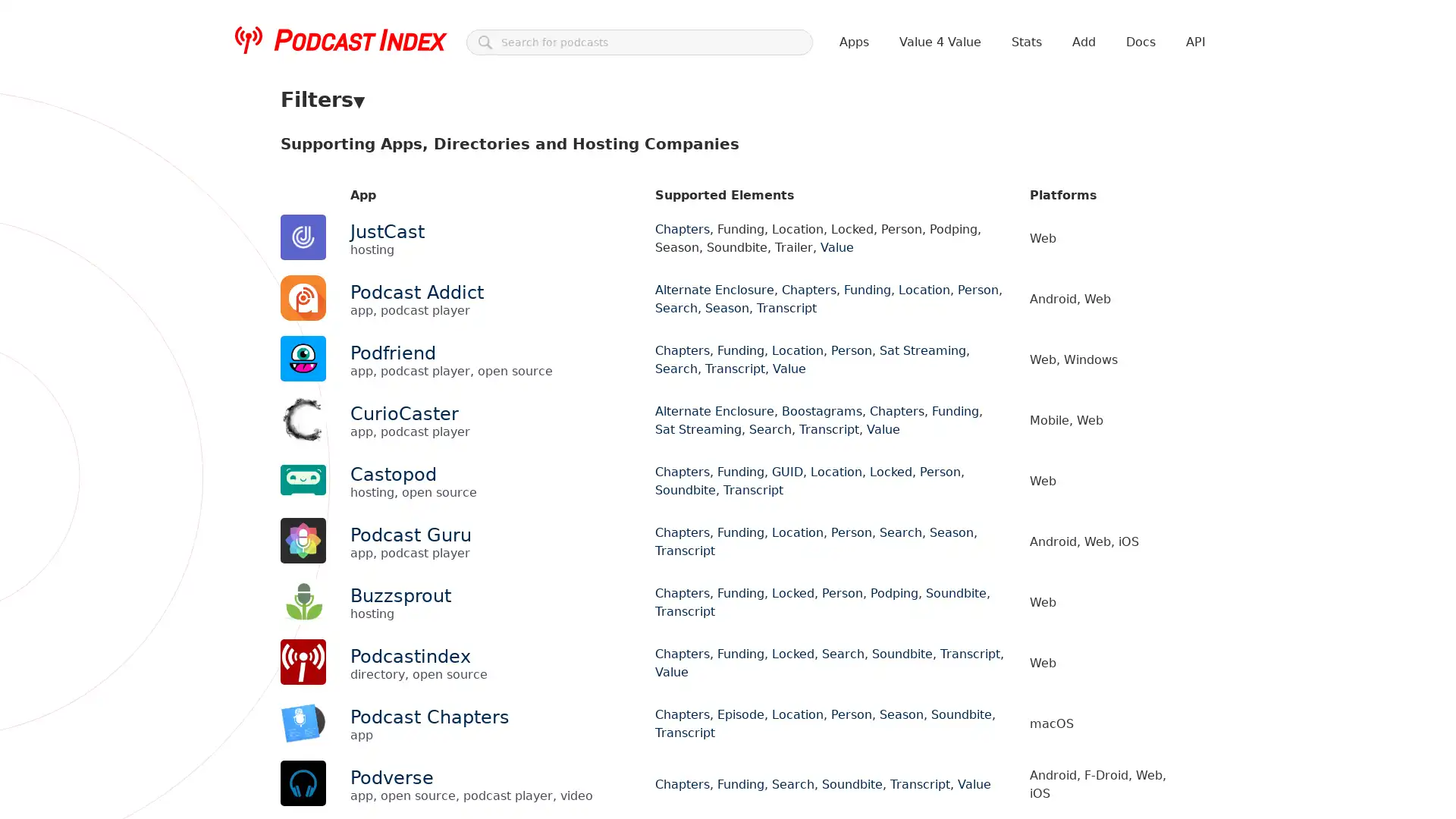  Describe the element at coordinates (749, 311) in the screenshot. I see `IOS` at that location.